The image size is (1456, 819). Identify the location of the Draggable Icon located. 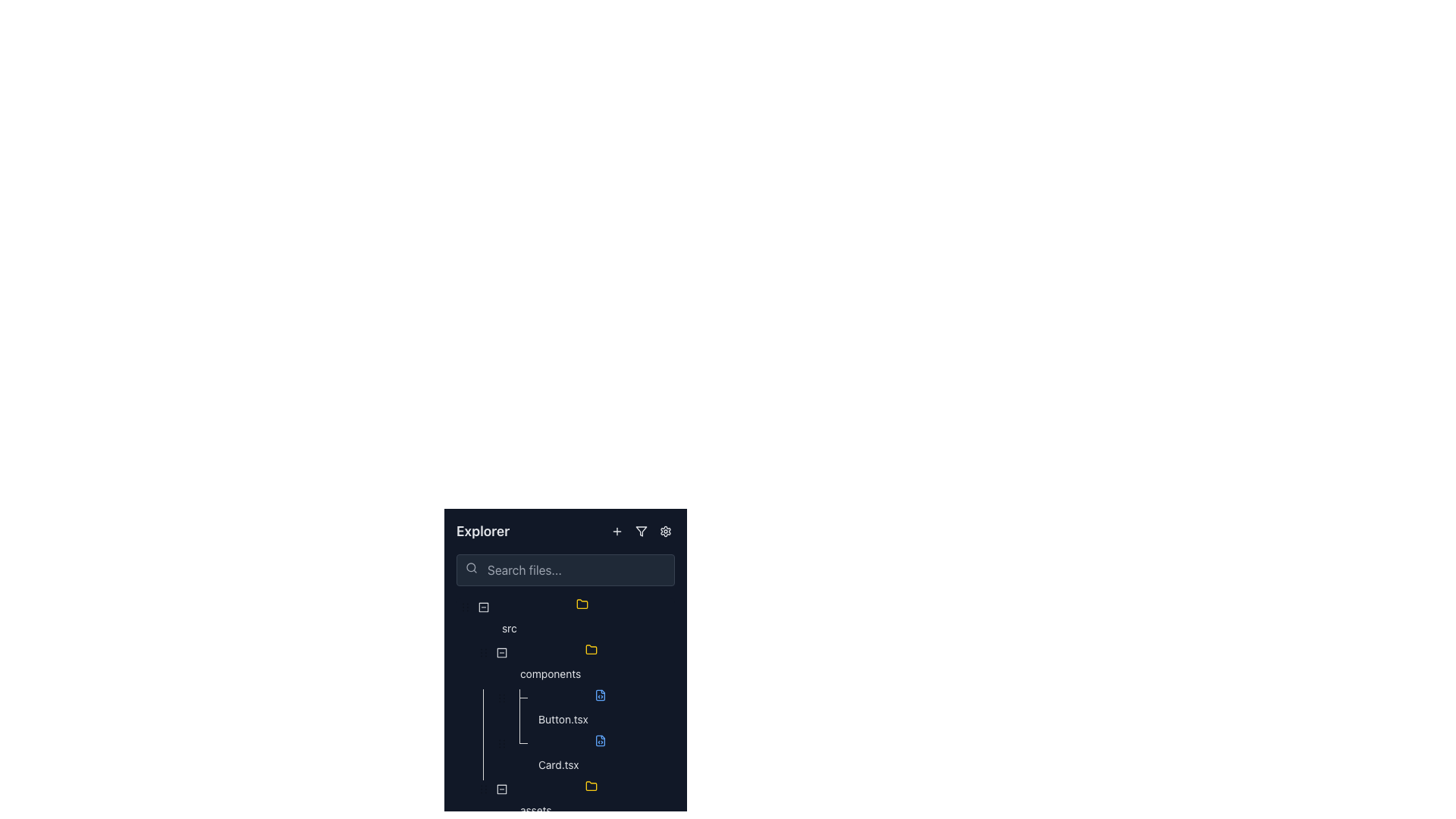
(465, 607).